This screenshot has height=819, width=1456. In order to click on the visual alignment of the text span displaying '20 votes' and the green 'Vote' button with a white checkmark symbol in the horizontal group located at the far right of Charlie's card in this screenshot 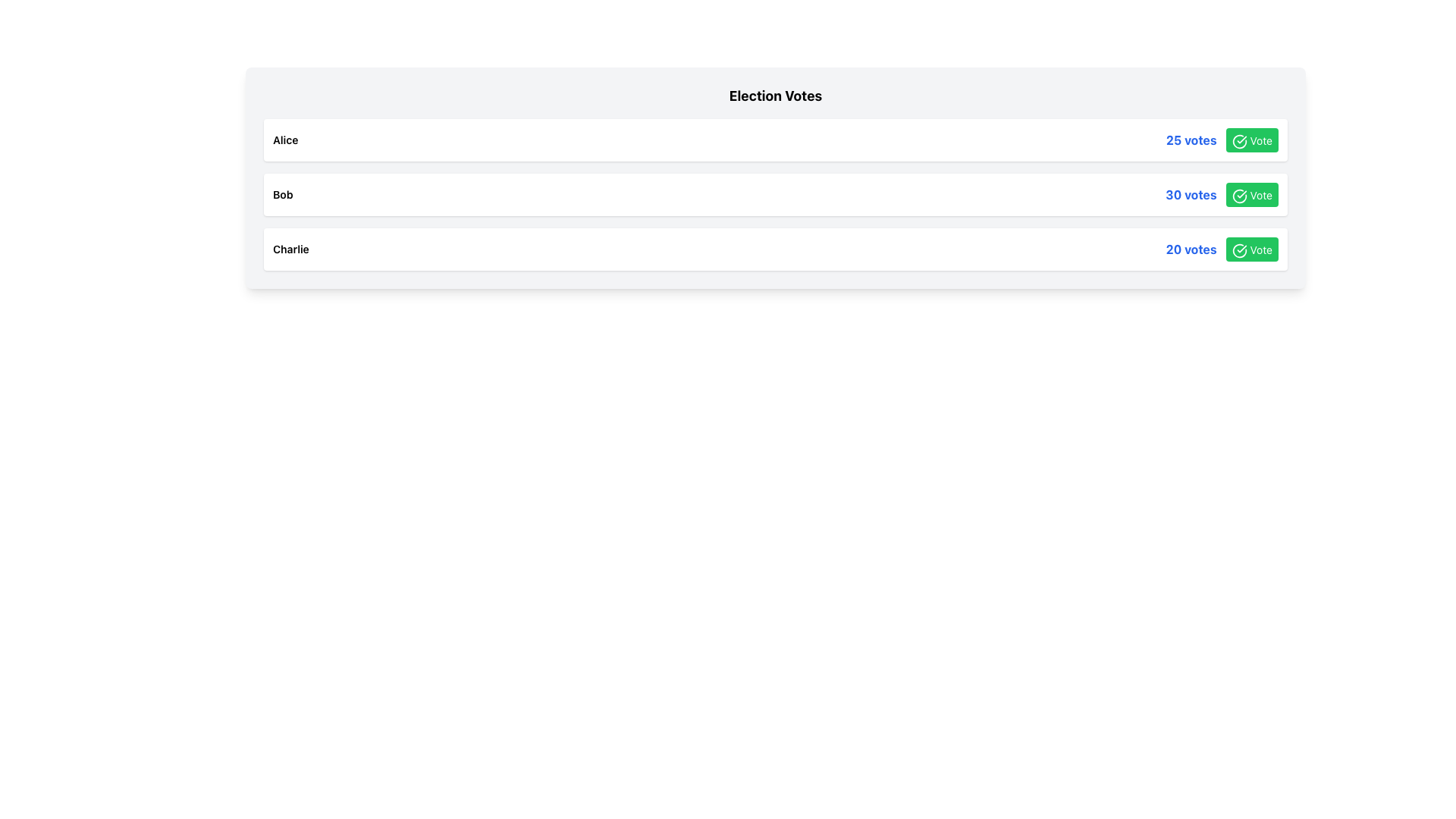, I will do `click(1222, 248)`.